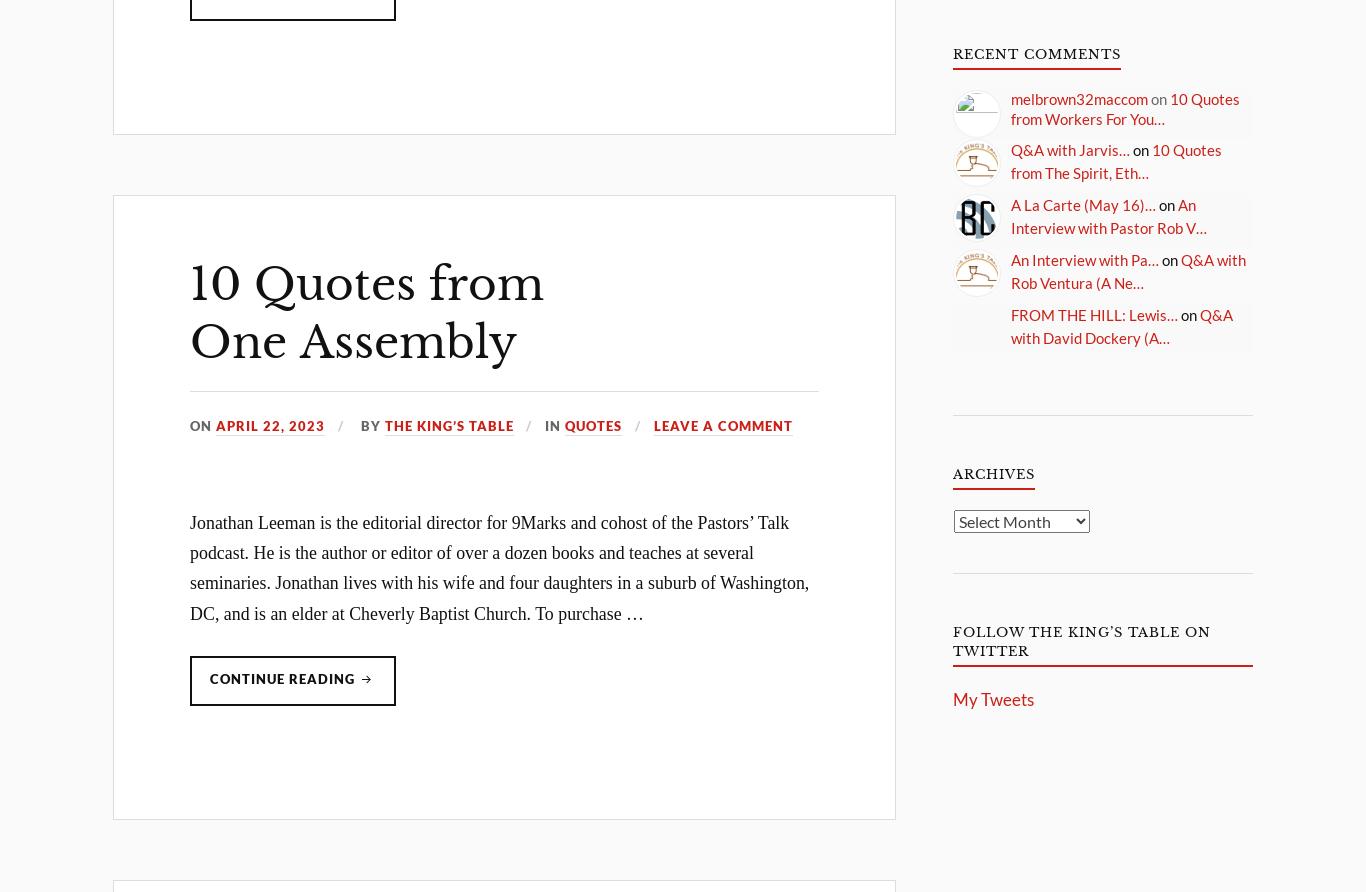 The height and width of the screenshot is (892, 1366). I want to click on 'Q&A with Jarvis…', so click(1069, 149).